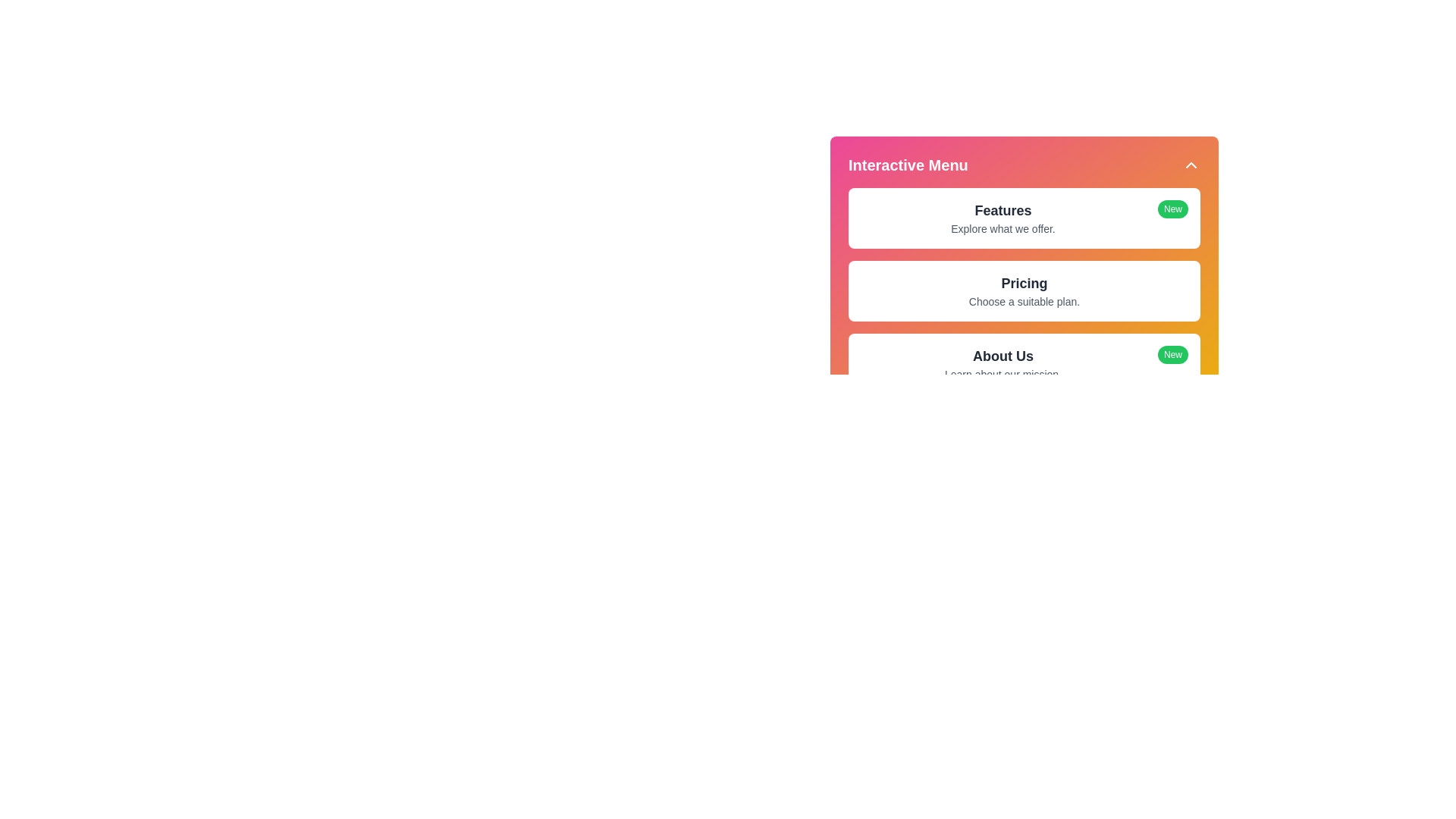 This screenshot has height=819, width=1456. I want to click on the menu item labeled About Us to view its details, so click(1003, 356).